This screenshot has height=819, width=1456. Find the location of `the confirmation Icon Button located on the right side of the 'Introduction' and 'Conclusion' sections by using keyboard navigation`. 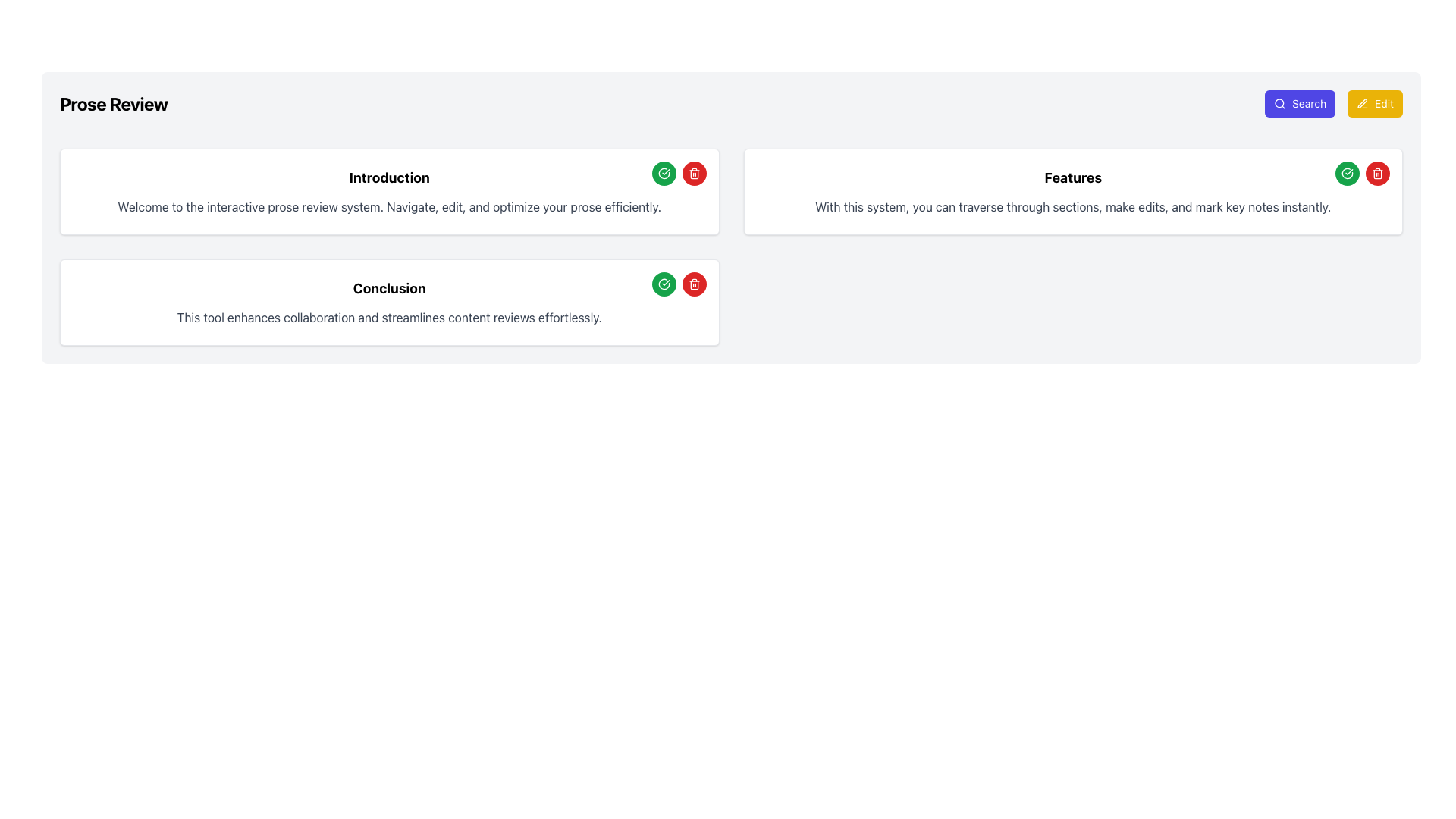

the confirmation Icon Button located on the right side of the 'Introduction' and 'Conclusion' sections by using keyboard navigation is located at coordinates (664, 172).